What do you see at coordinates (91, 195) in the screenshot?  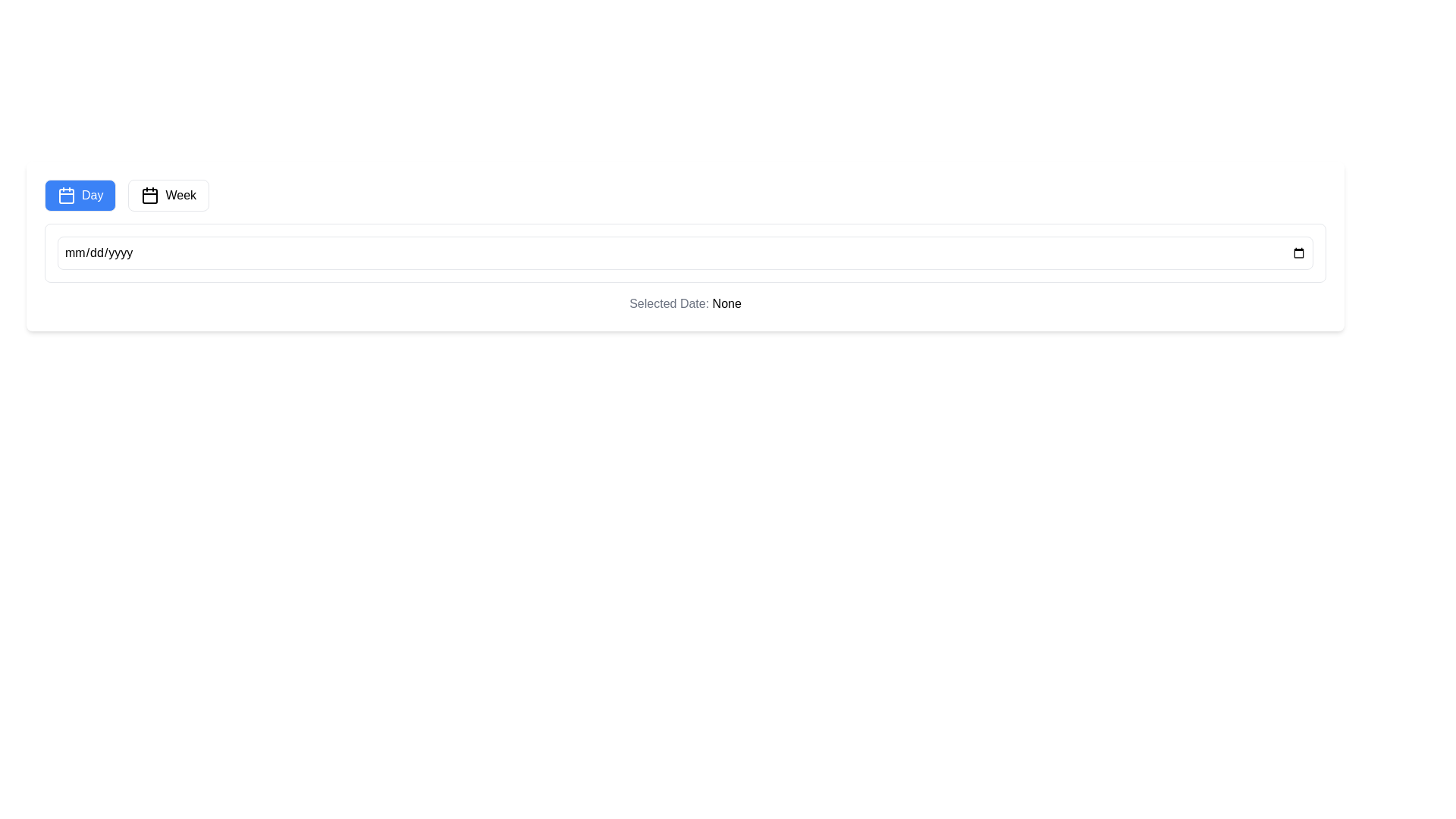 I see `the text label within the first button on the top-left corner of the interface` at bounding box center [91, 195].